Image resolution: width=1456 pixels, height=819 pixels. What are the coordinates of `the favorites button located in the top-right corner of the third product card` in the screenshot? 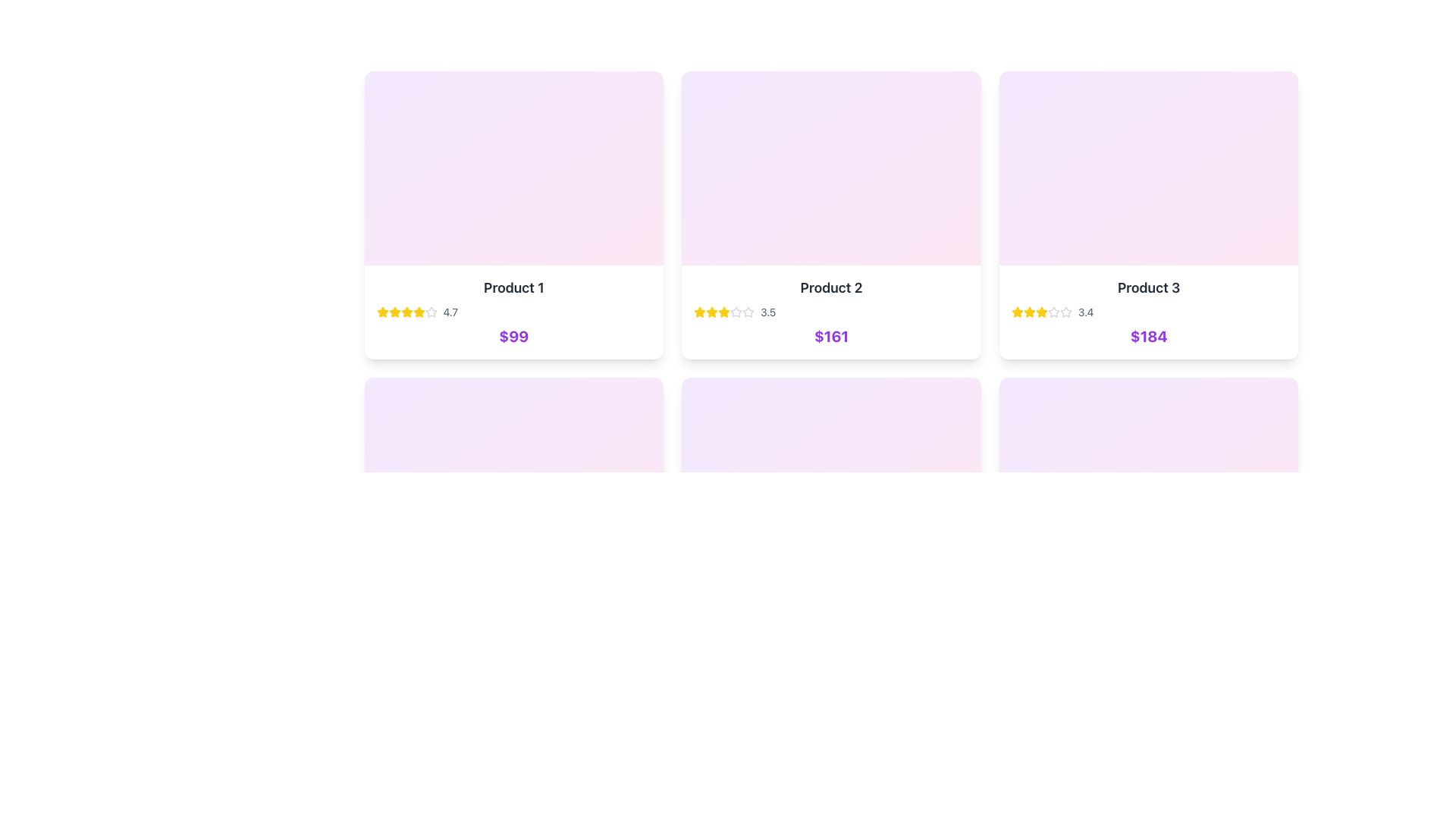 It's located at (1259, 93).